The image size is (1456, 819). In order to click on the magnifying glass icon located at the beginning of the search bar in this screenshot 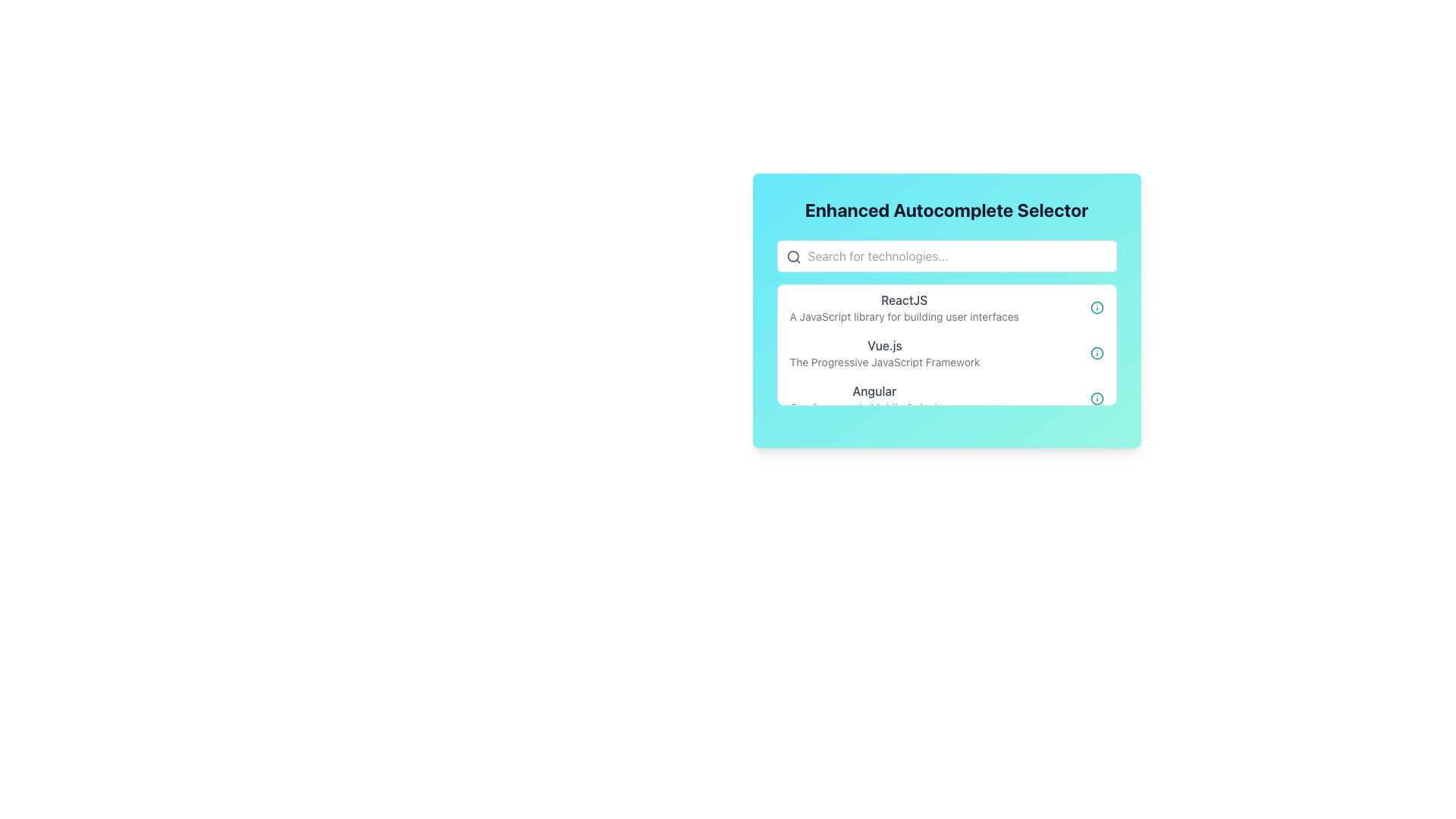, I will do `click(792, 256)`.